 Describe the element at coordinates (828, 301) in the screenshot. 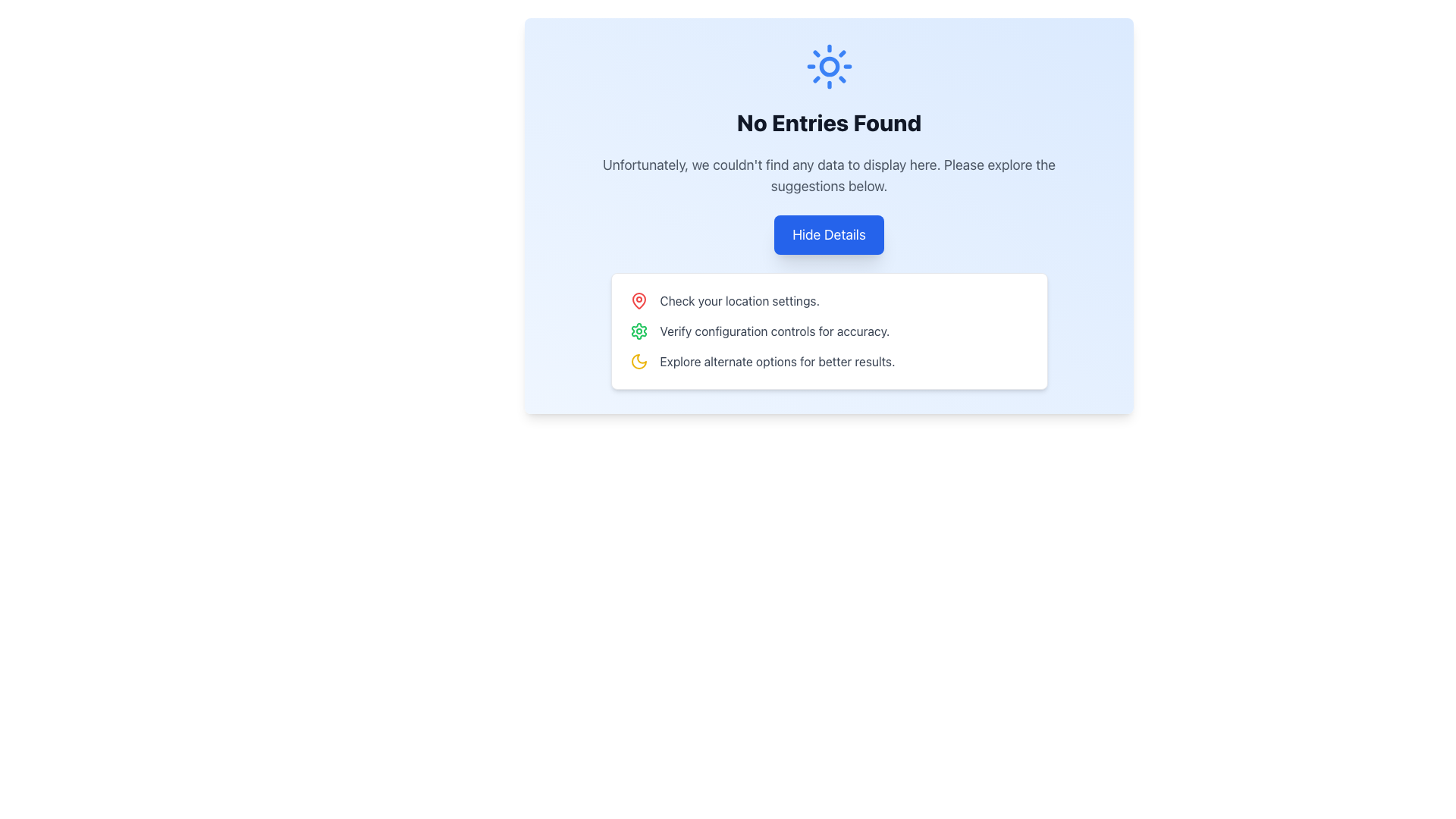

I see `the text block that displays 'Check your location settings.' and is accompanied by a red pin icon, located at the top of the suggestions list` at that location.